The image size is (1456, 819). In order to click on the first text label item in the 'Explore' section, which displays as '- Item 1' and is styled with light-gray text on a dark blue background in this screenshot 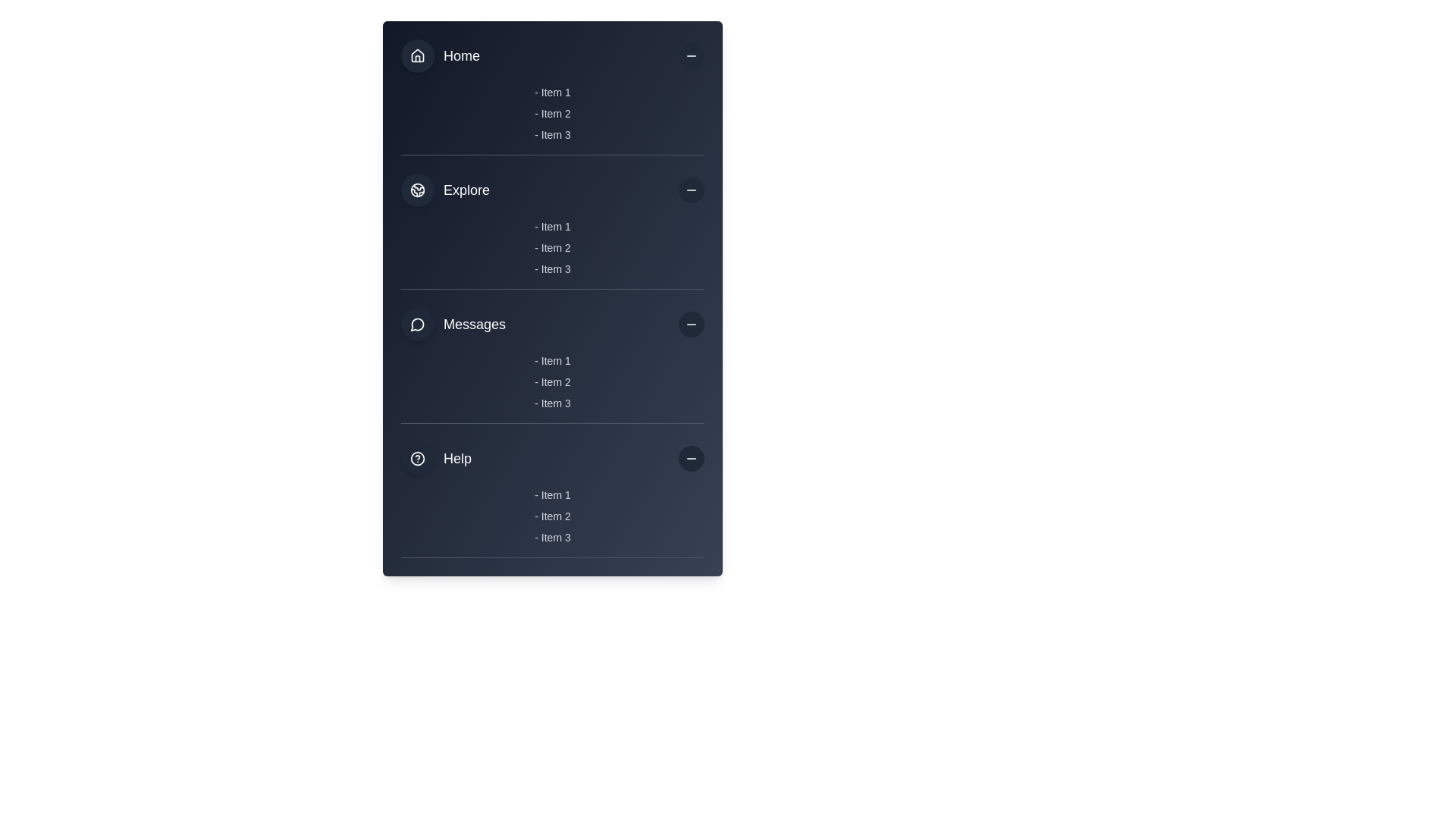, I will do `click(552, 227)`.